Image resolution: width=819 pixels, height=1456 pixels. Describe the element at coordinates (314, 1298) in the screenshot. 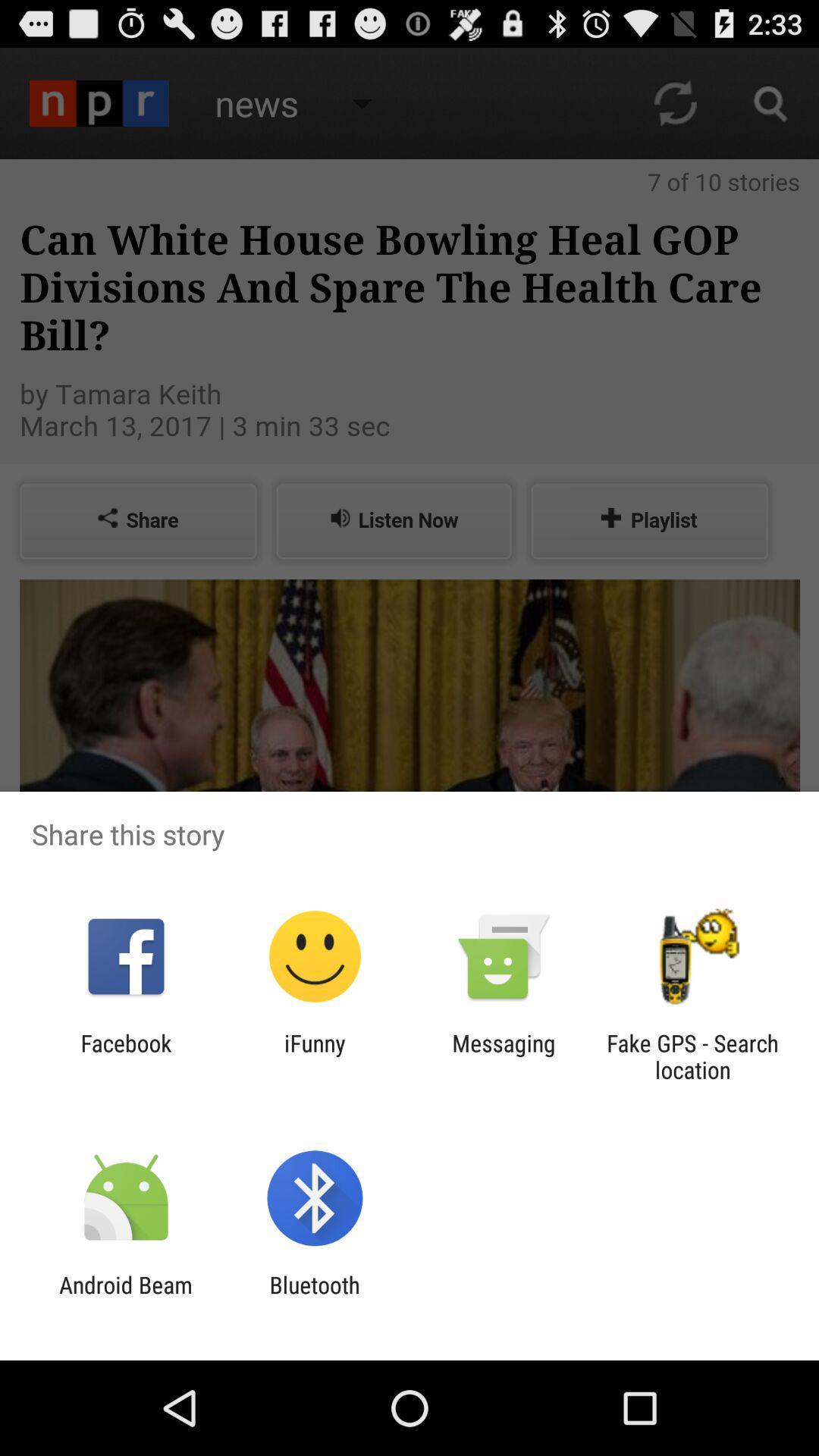

I see `the bluetooth icon` at that location.